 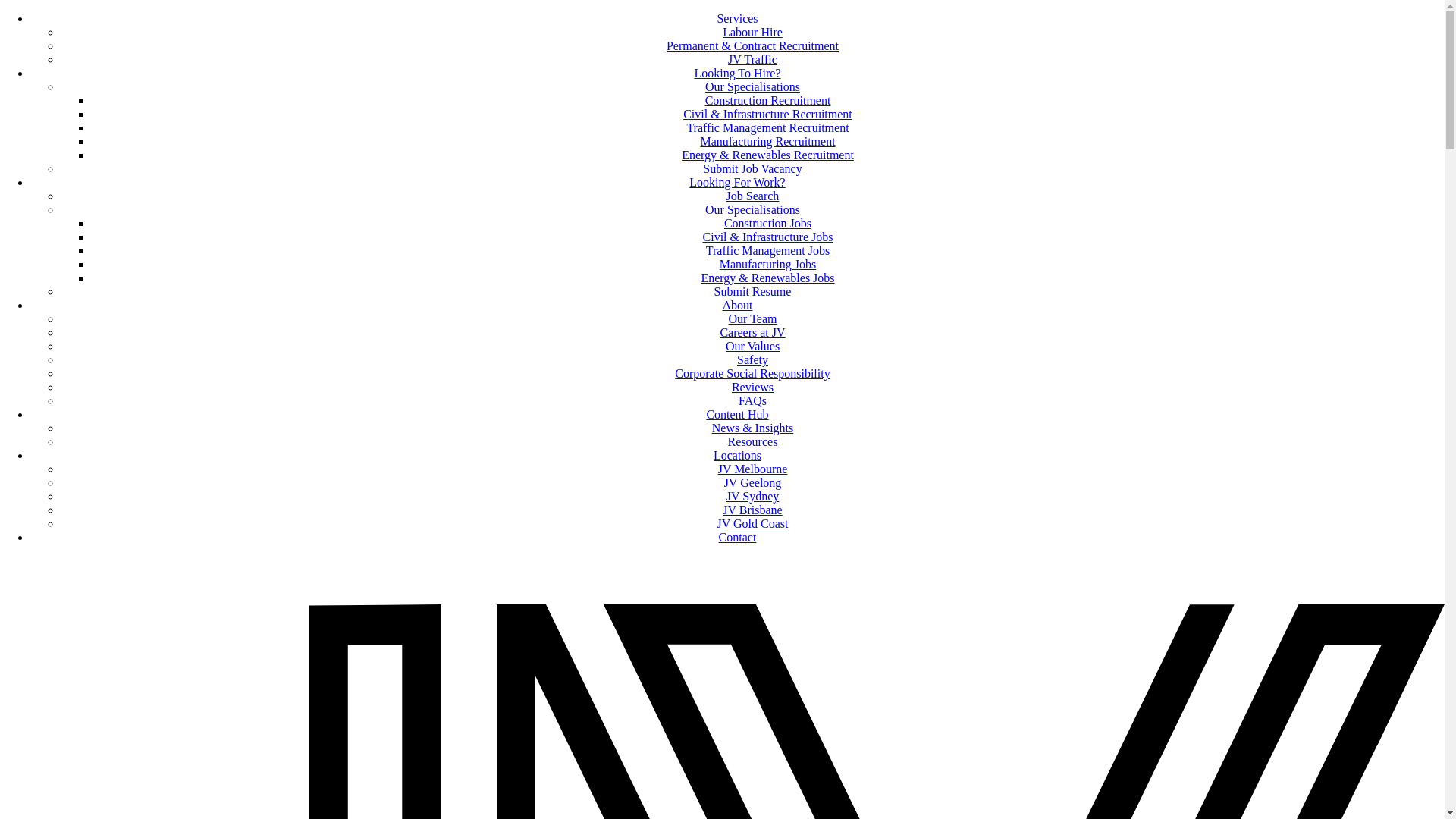 I want to click on 'Permanent & Contract Recruitment', so click(x=752, y=45).